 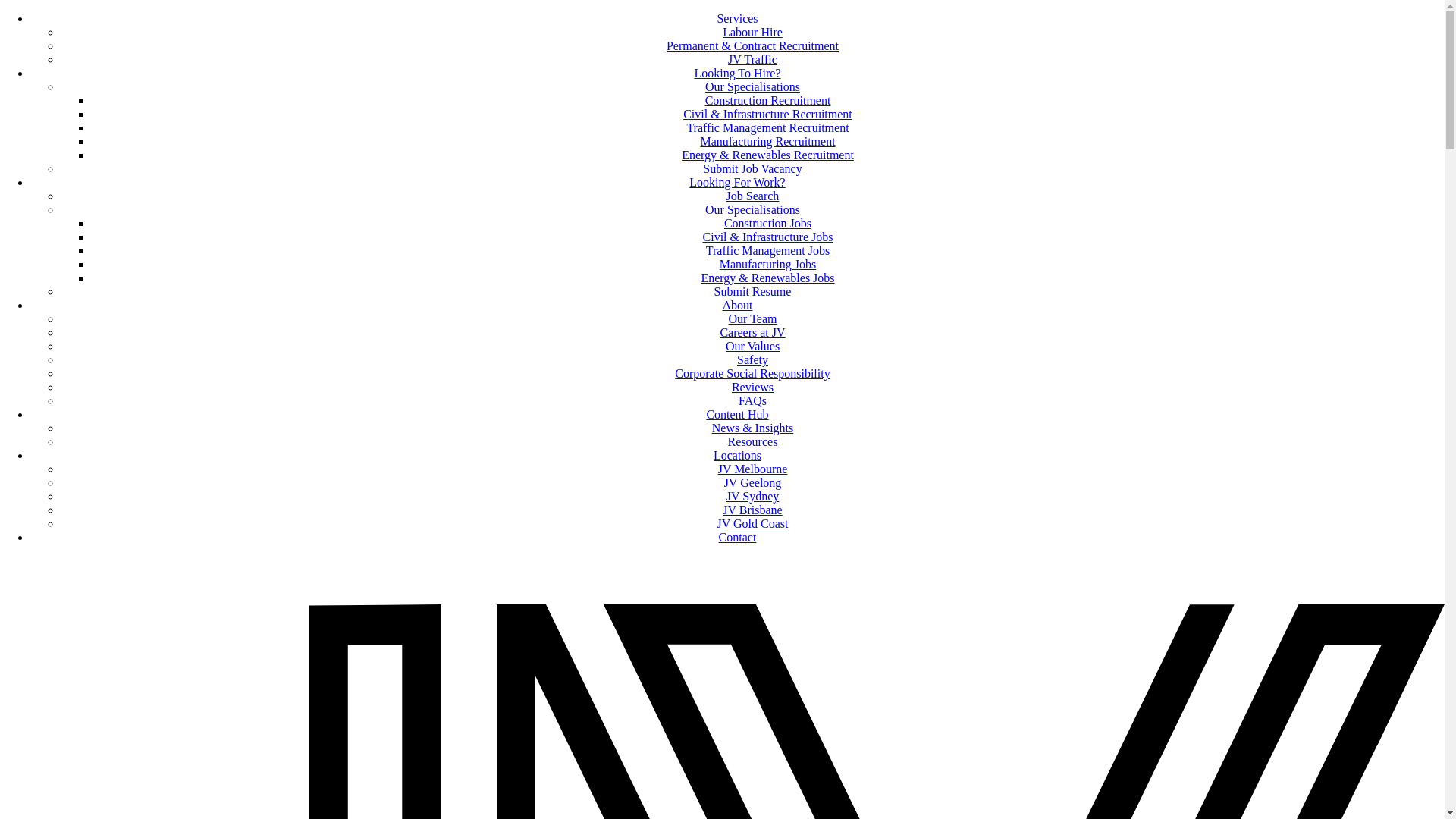 I want to click on 'Permanent & Contract Recruitment', so click(x=752, y=45).